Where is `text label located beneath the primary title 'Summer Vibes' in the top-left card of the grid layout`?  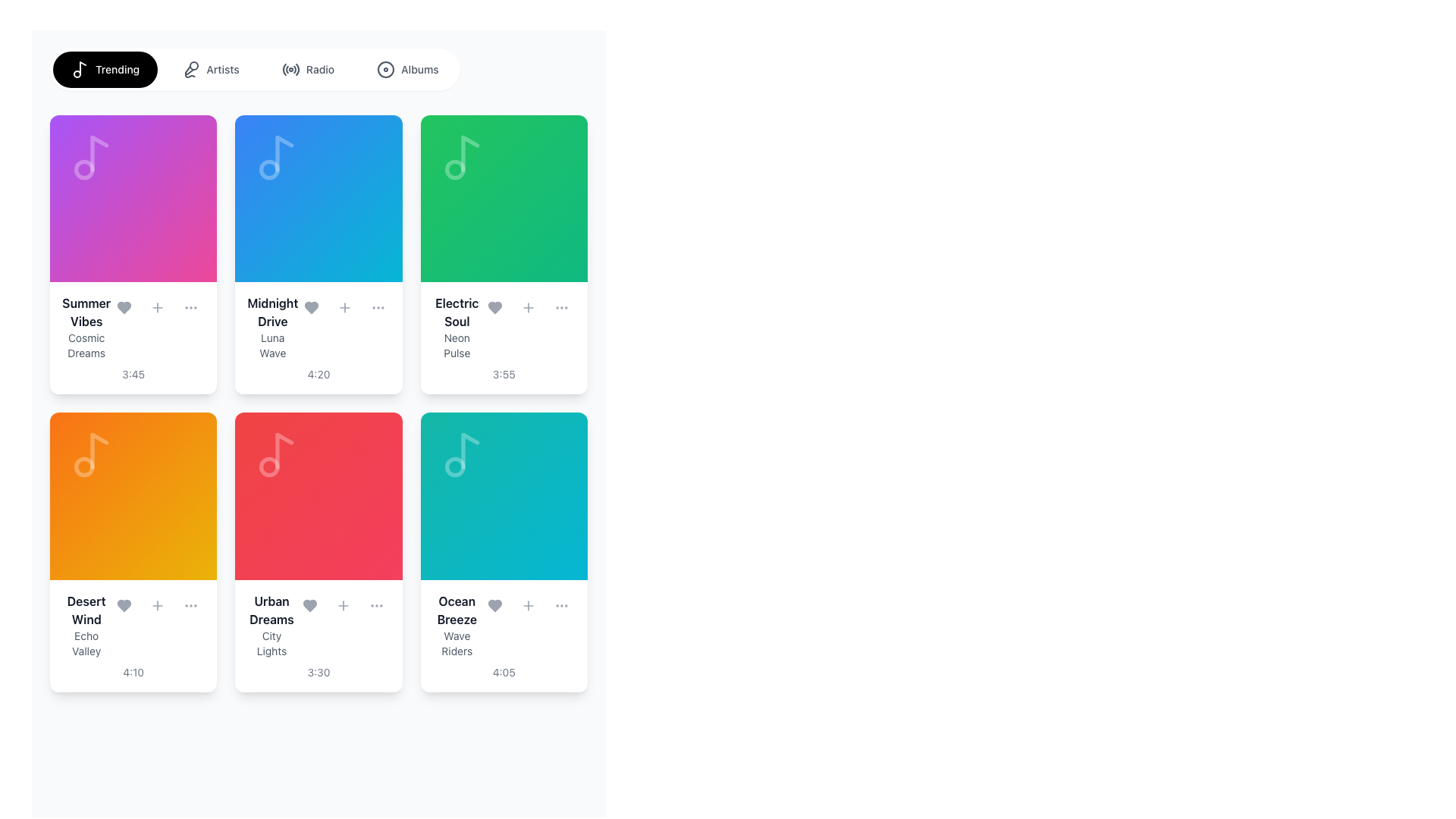
text label located beneath the primary title 'Summer Vibes' in the top-left card of the grid layout is located at coordinates (86, 346).